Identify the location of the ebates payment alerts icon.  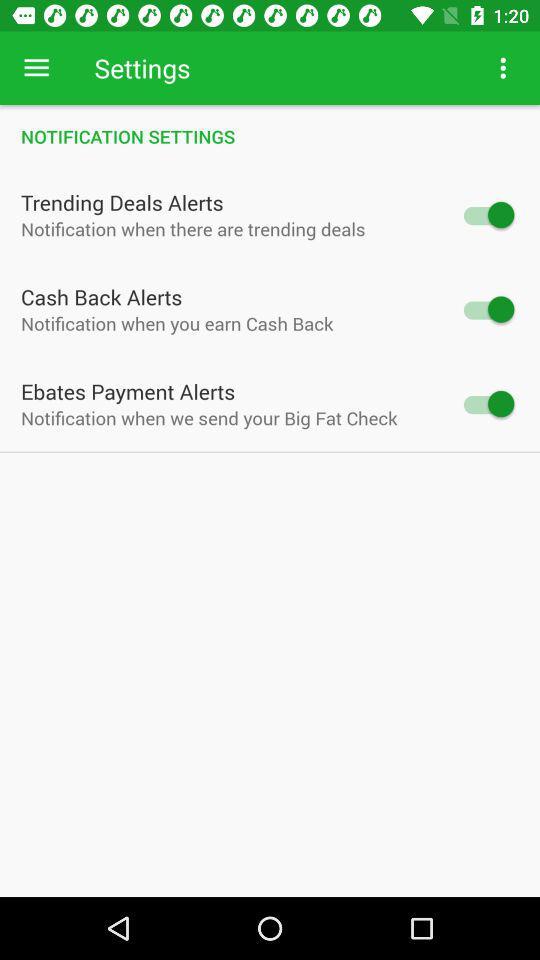
(128, 390).